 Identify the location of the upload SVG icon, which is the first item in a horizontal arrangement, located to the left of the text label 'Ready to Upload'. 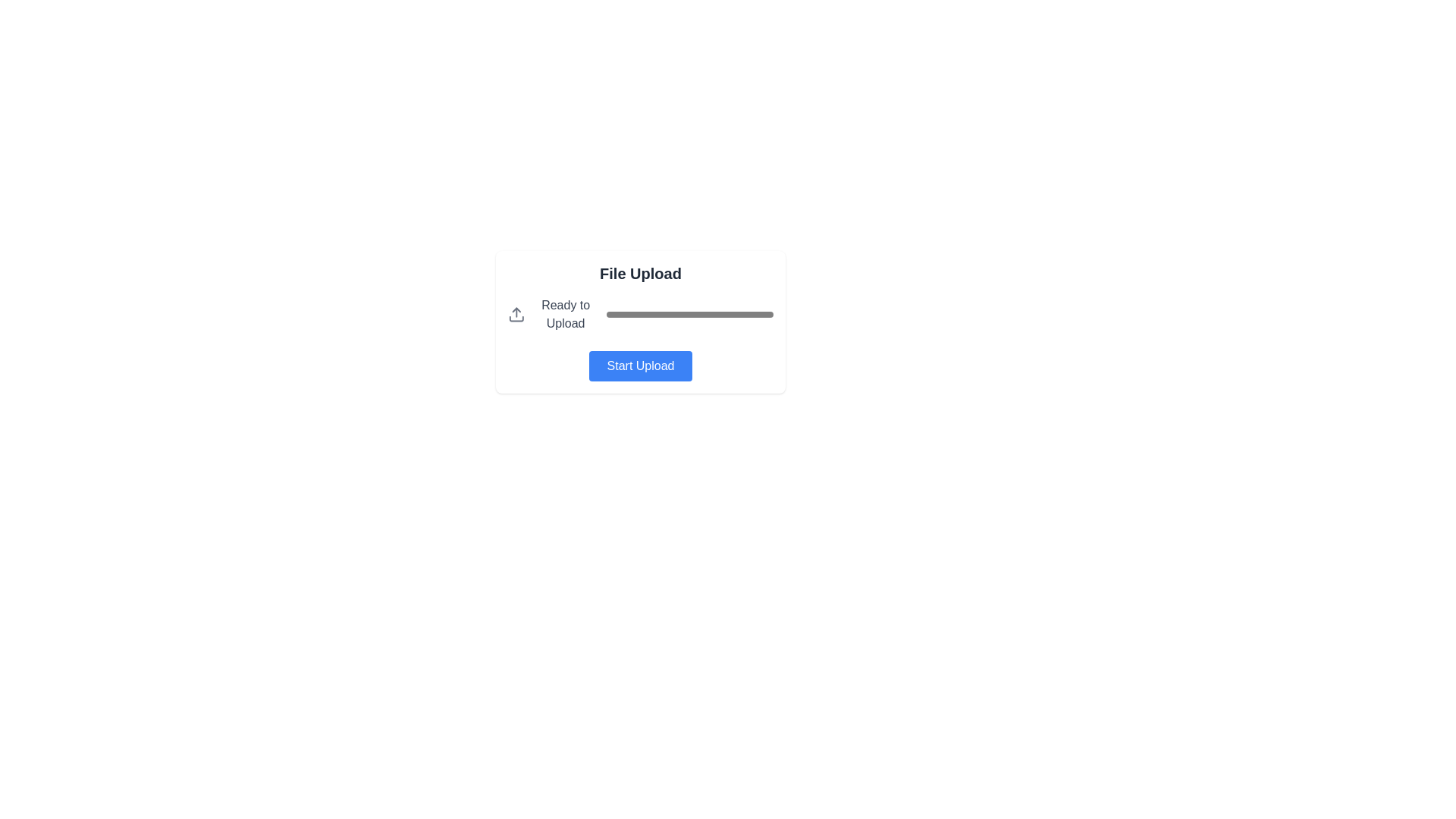
(516, 314).